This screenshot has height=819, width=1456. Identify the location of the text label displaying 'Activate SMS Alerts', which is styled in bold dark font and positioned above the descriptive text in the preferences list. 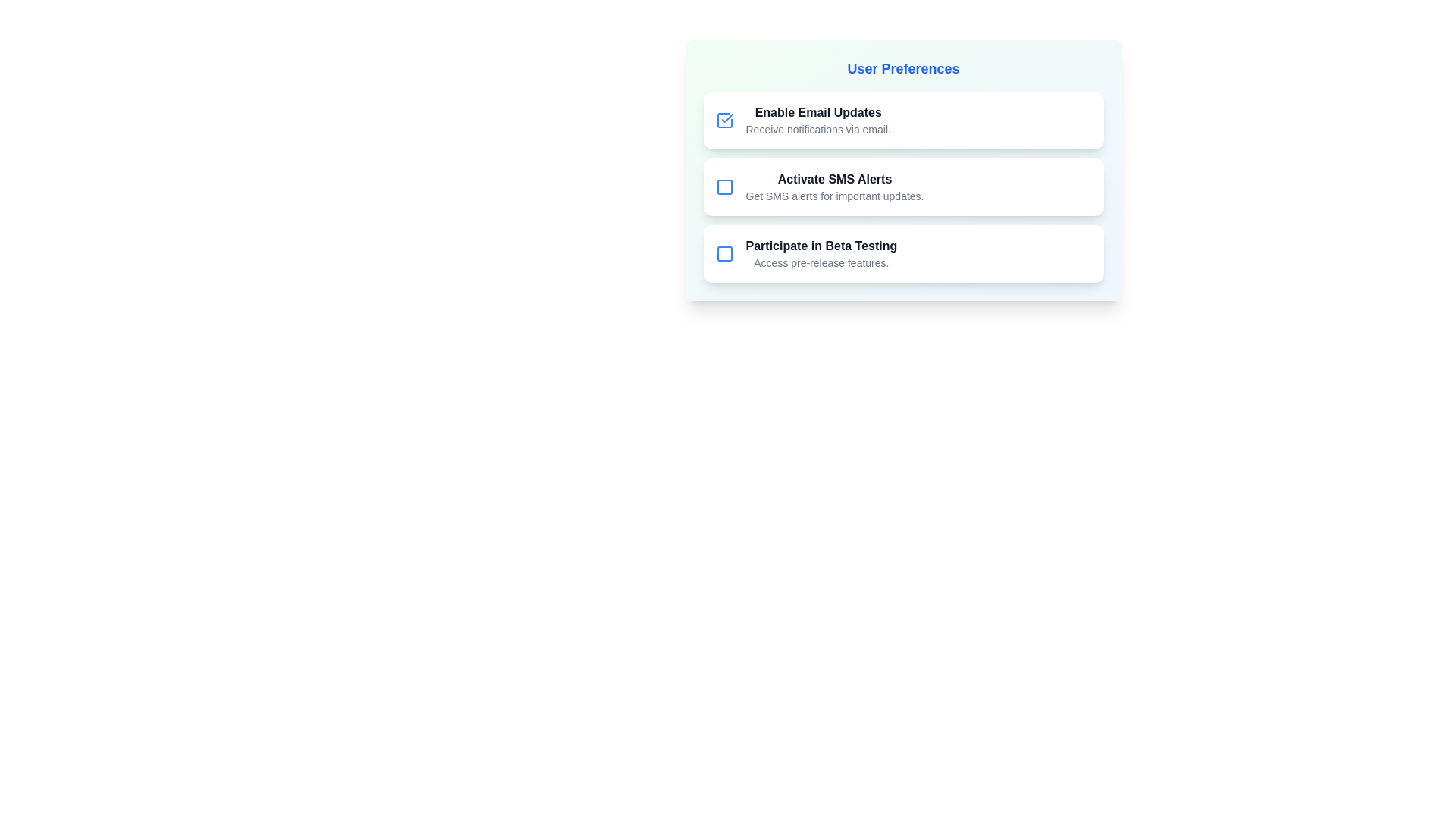
(833, 178).